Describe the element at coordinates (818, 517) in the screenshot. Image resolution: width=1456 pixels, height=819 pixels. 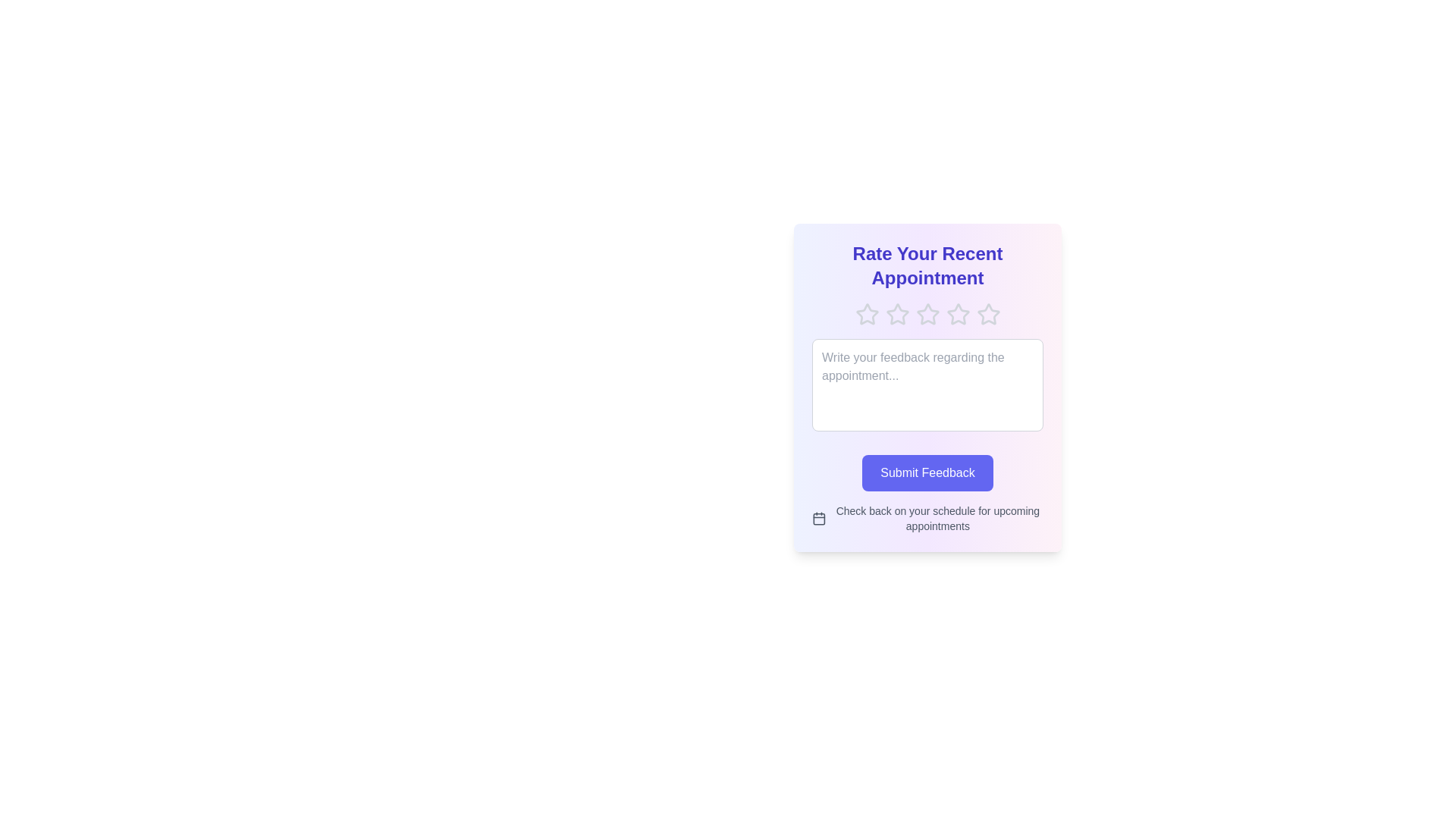
I see `the calendar icon` at that location.